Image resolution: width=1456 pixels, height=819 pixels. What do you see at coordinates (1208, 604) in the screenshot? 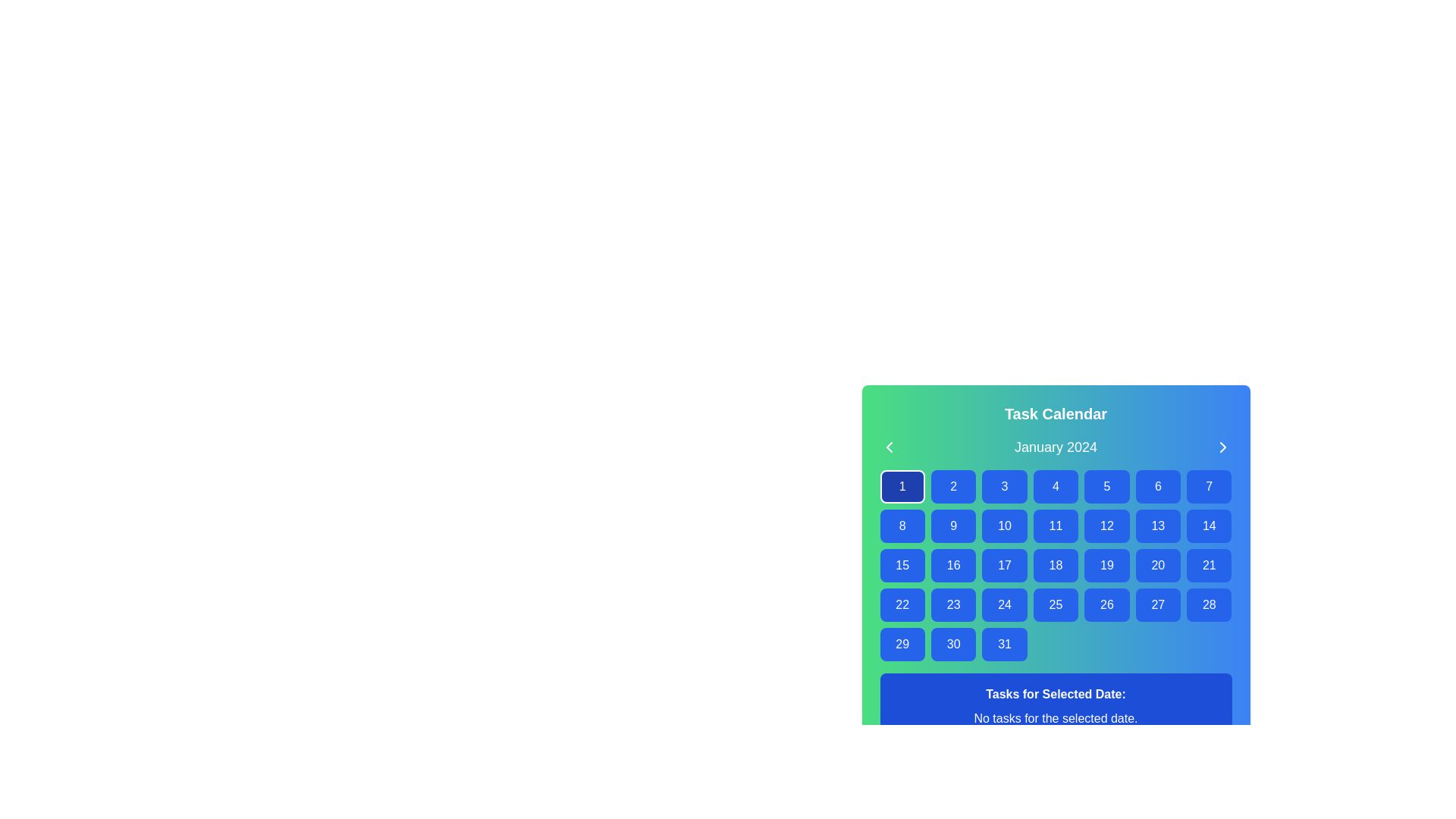
I see `the button representing the date '28' in the calendar` at bounding box center [1208, 604].